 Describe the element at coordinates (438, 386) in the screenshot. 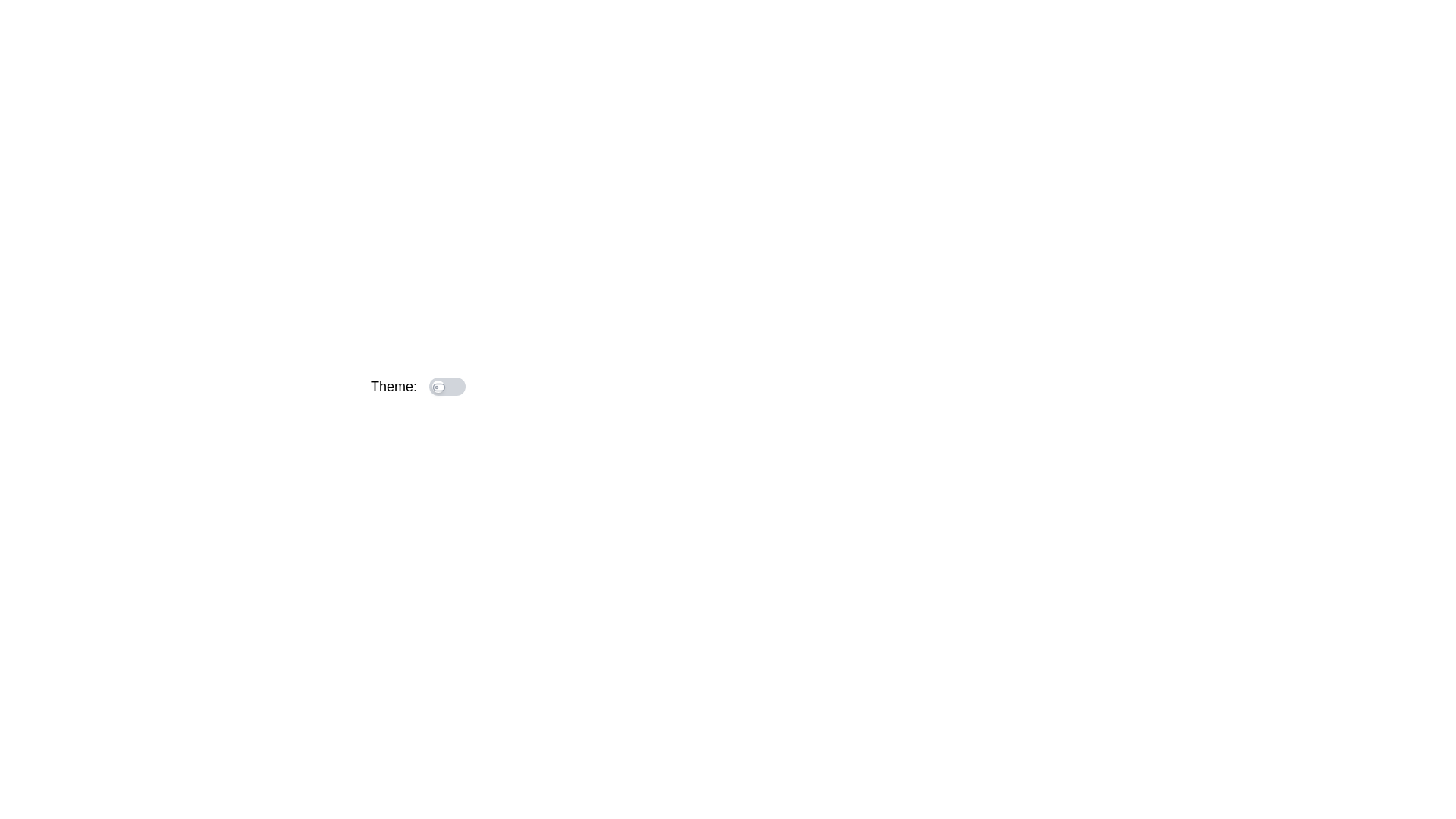

I see `the SVG icon of the toggle control, which is styled with a circular marker inside an elongated rectangle and is located to the right of the 'Theme:' text label` at that location.